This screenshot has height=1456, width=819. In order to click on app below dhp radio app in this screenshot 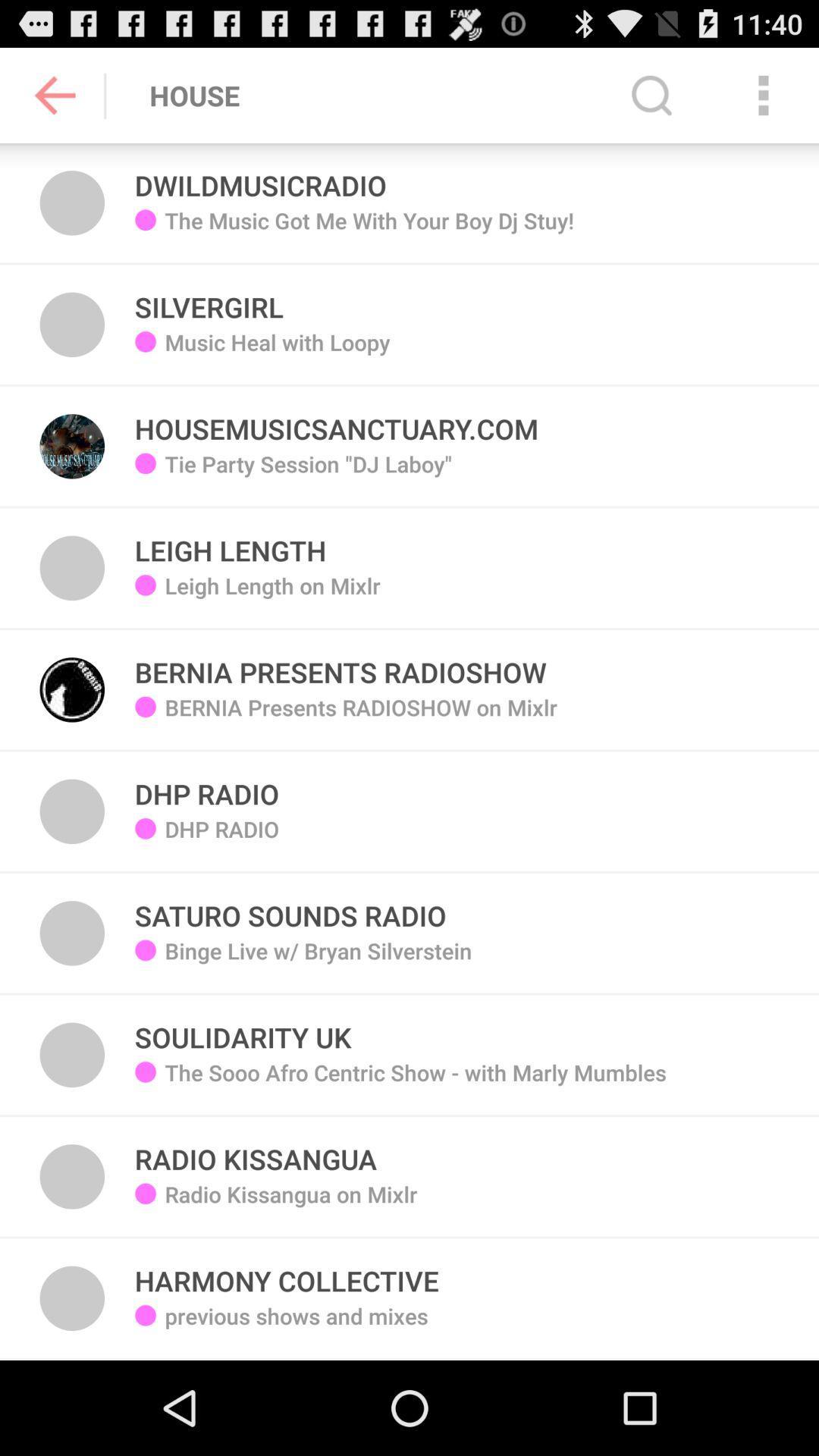, I will do `click(318, 961)`.